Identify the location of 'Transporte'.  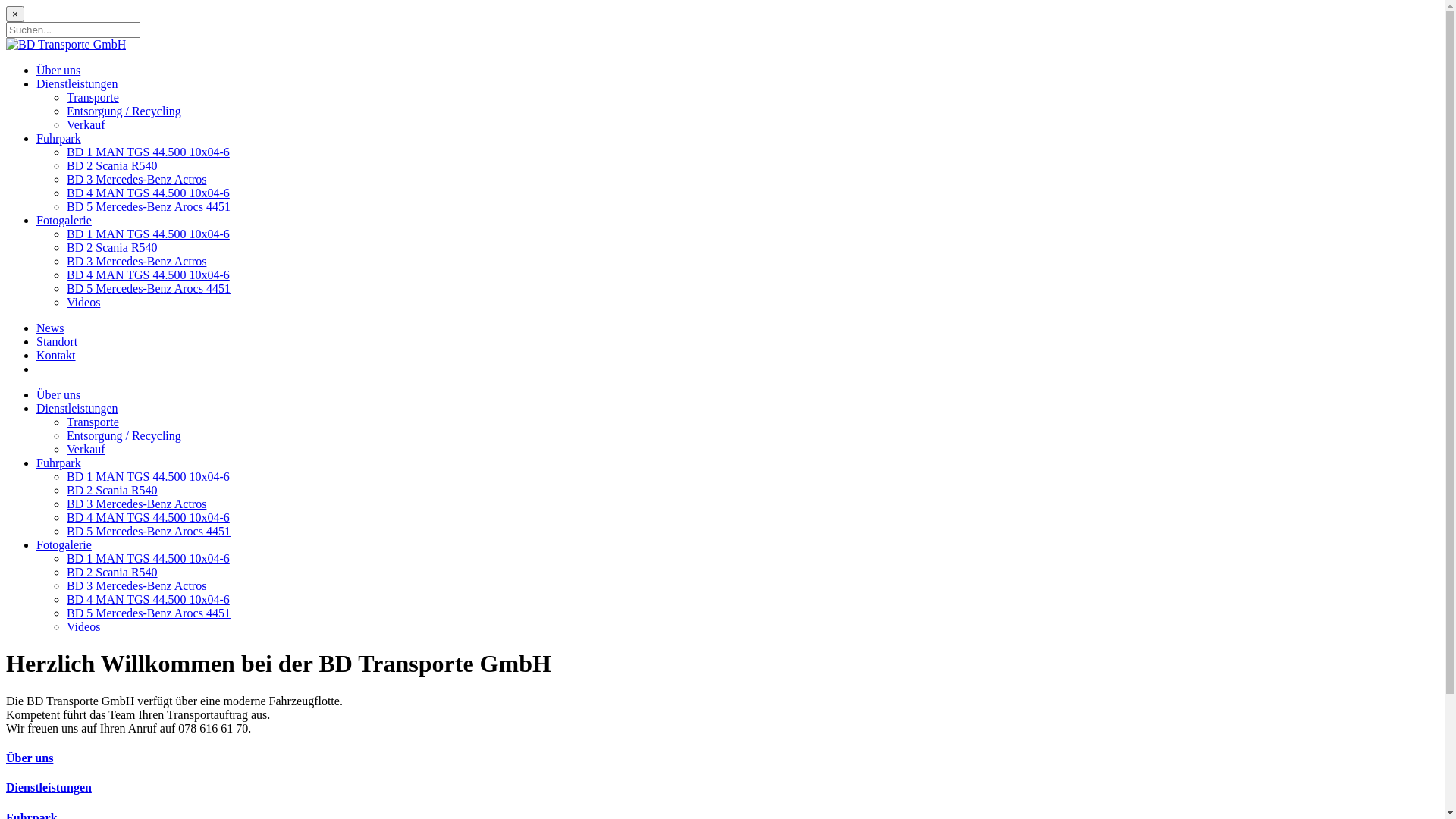
(92, 422).